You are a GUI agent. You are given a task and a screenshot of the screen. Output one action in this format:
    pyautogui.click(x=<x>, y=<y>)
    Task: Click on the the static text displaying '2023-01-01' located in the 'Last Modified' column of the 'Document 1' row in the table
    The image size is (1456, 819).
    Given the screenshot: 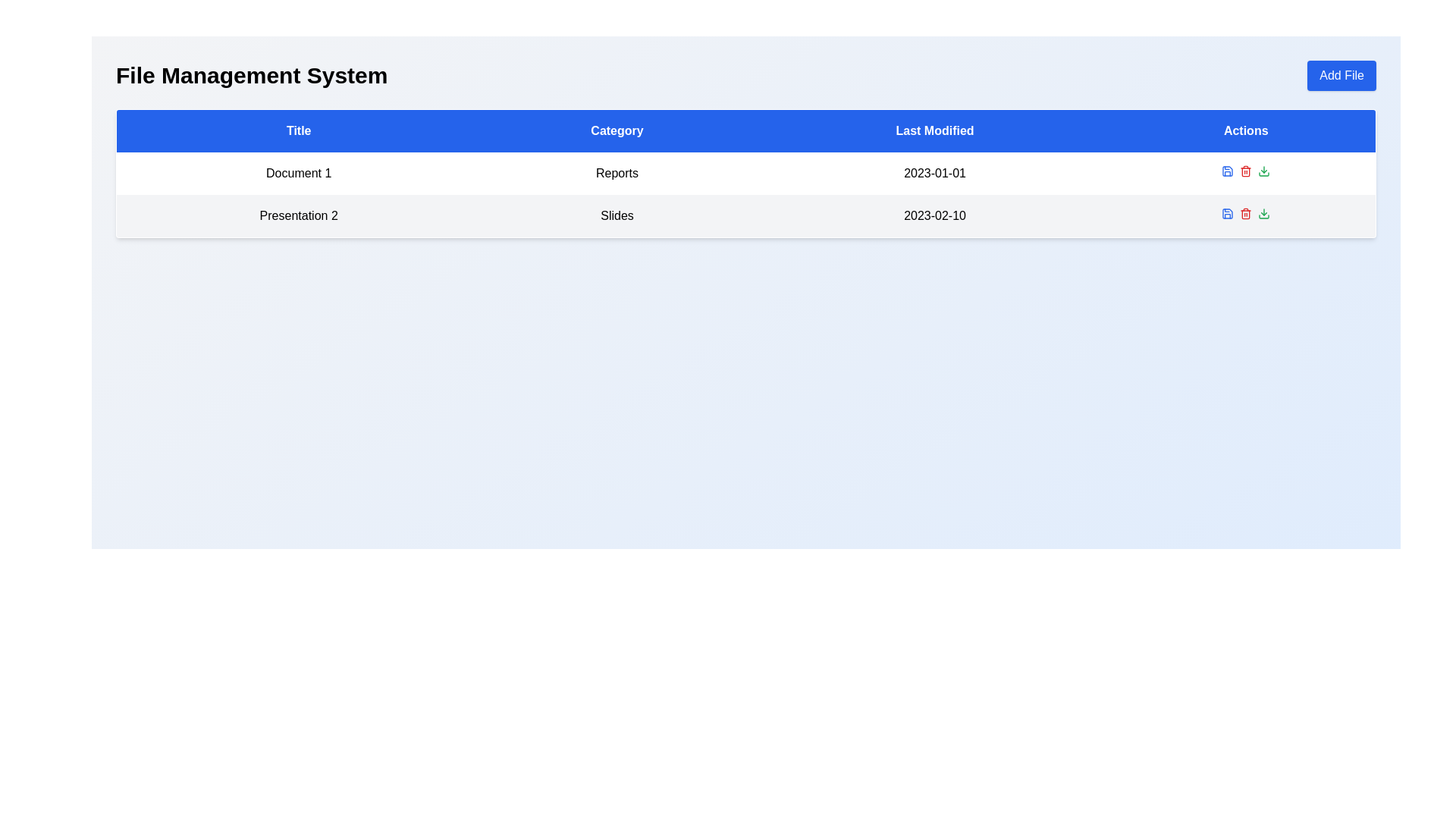 What is the action you would take?
    pyautogui.click(x=934, y=172)
    